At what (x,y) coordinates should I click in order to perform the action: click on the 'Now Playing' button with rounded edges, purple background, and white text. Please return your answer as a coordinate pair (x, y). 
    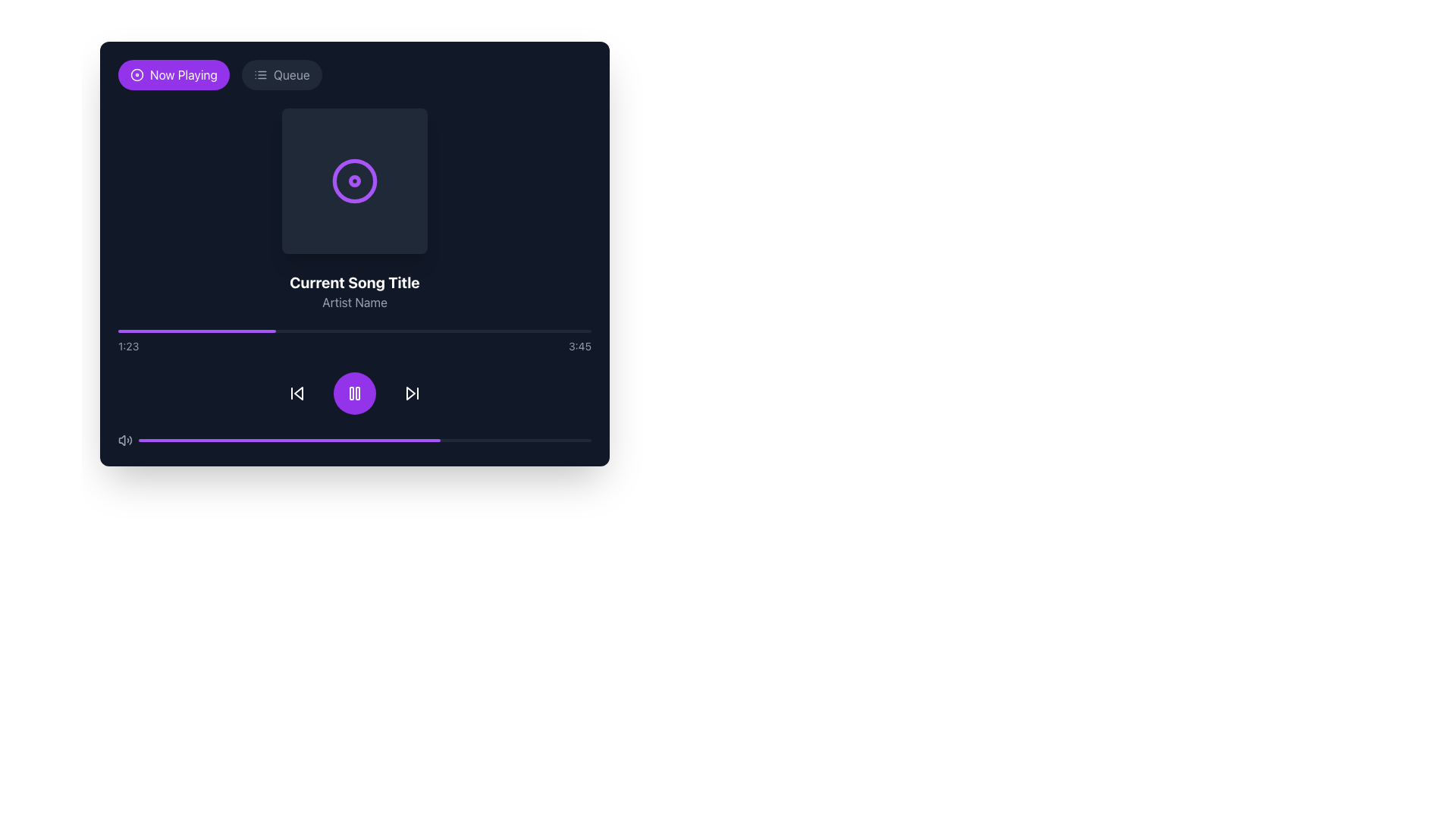
    Looking at the image, I should click on (174, 75).